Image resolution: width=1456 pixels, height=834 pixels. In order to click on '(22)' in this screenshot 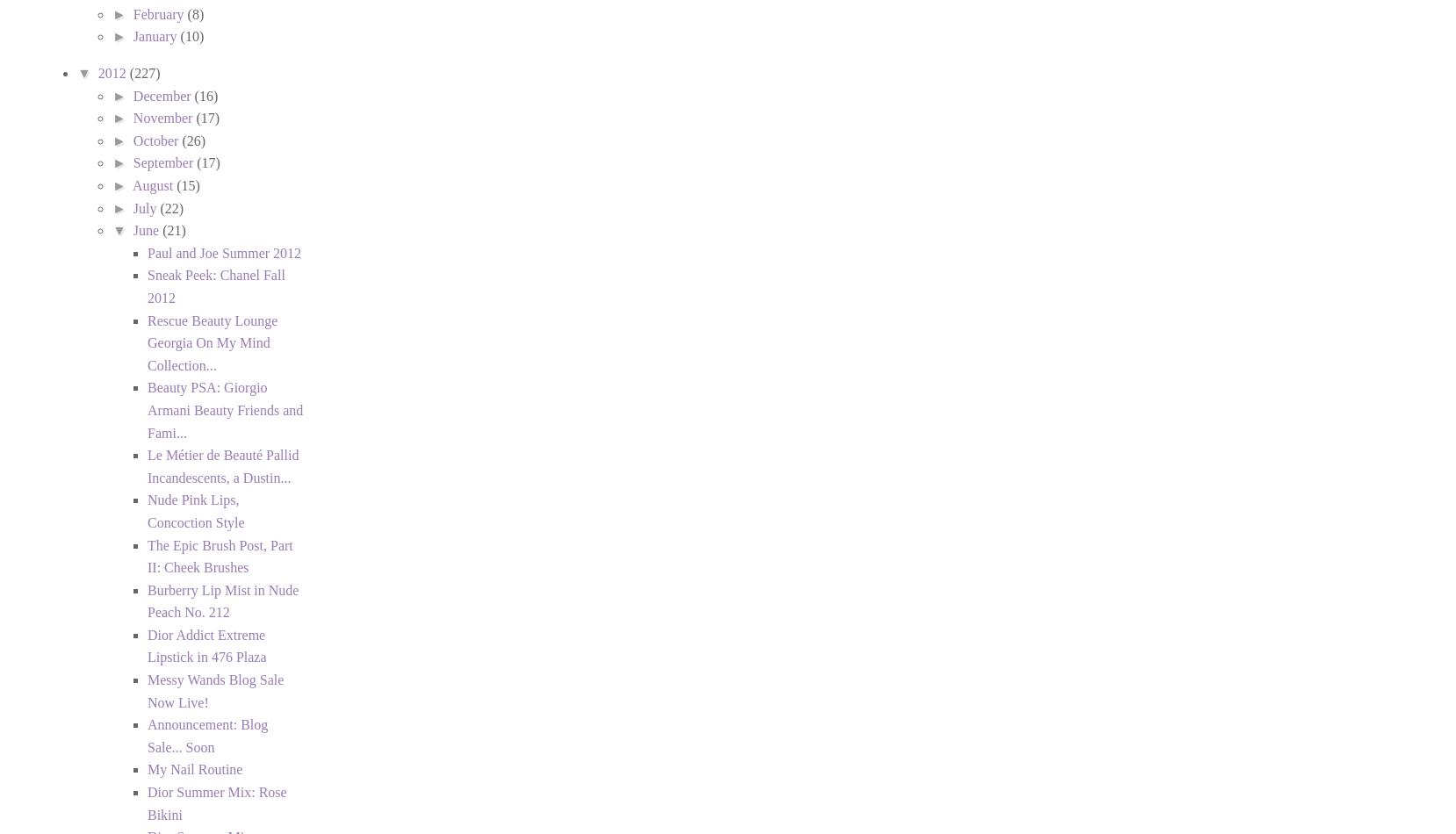, I will do `click(171, 207)`.